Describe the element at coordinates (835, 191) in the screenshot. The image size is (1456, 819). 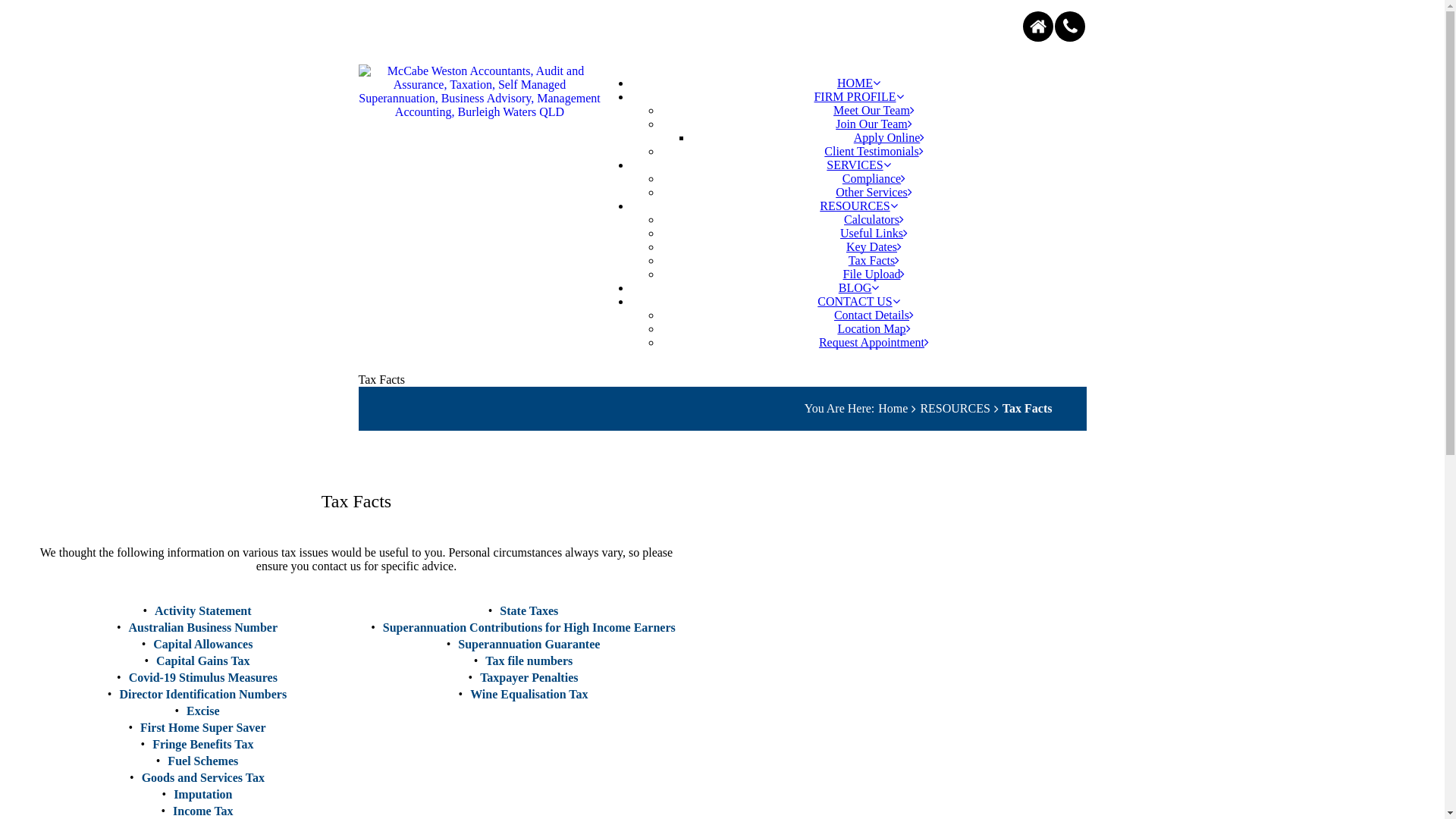
I see `'Other Services'` at that location.